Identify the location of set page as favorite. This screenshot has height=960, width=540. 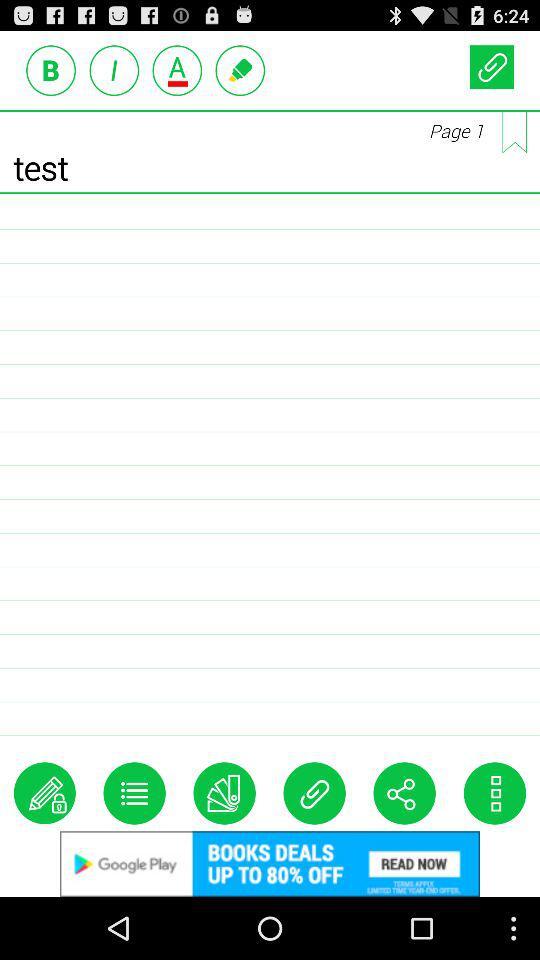
(514, 131).